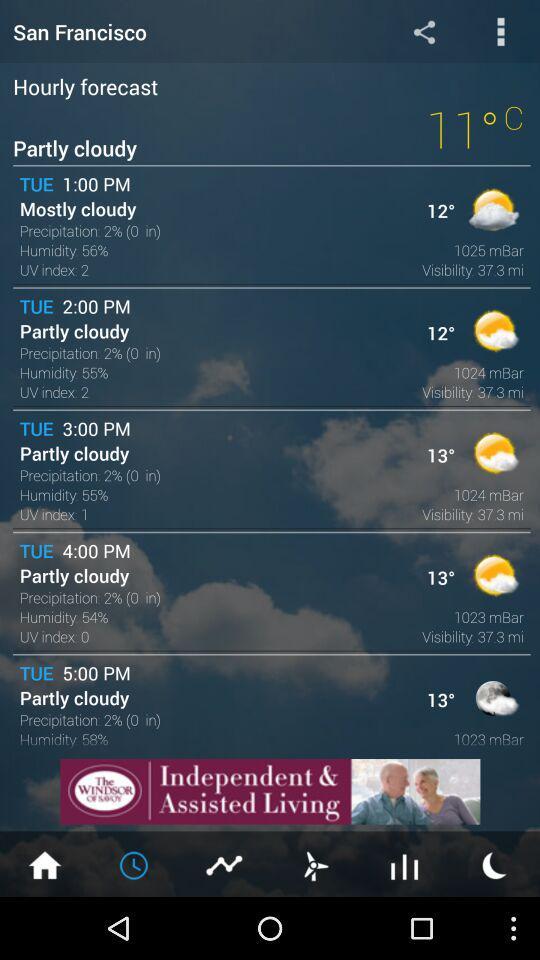  What do you see at coordinates (44, 925) in the screenshot?
I see `the home icon` at bounding box center [44, 925].